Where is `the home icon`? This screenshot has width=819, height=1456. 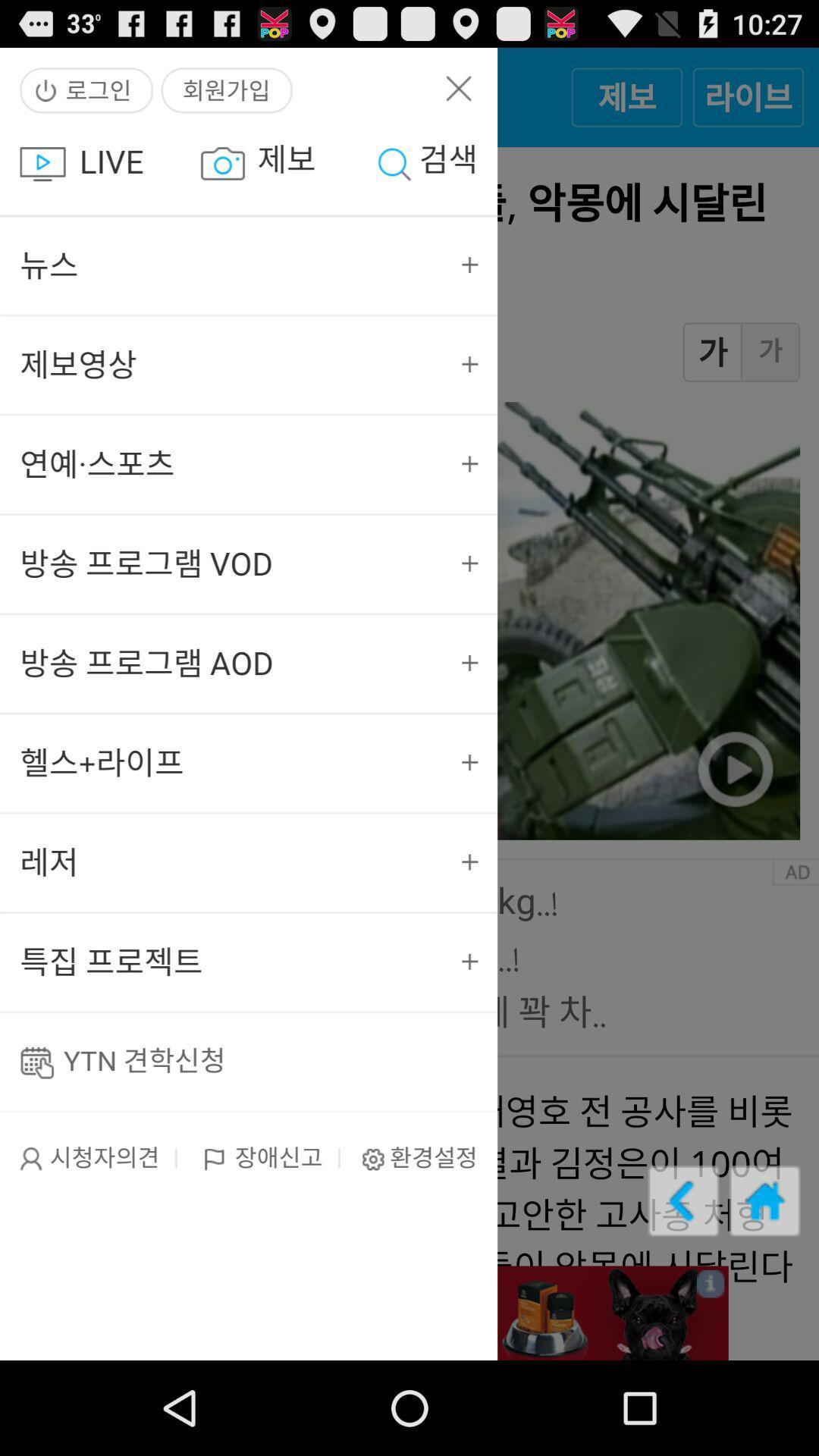
the home icon is located at coordinates (764, 1285).